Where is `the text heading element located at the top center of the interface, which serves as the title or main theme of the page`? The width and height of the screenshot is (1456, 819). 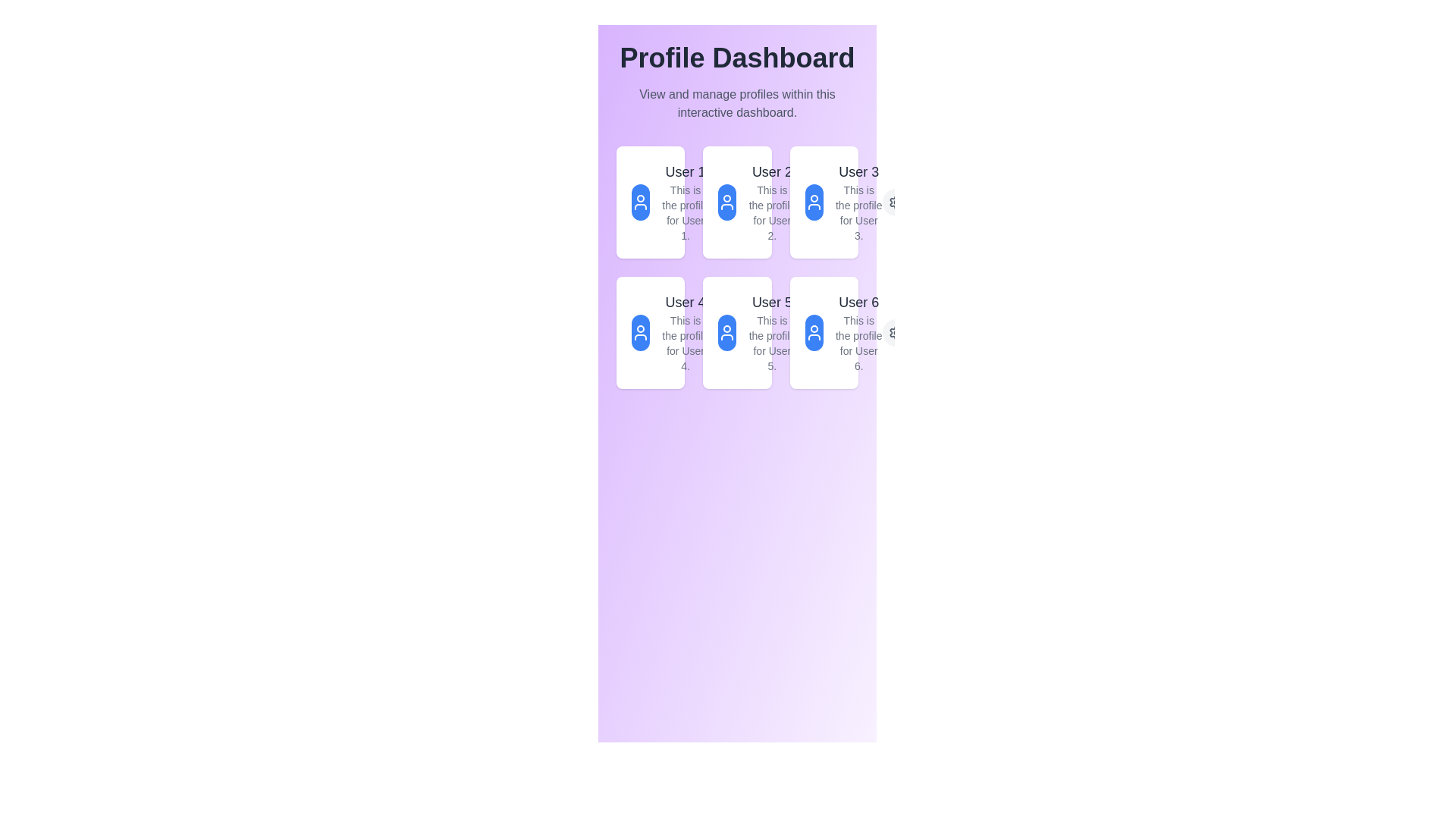
the text heading element located at the top center of the interface, which serves as the title or main theme of the page is located at coordinates (737, 58).